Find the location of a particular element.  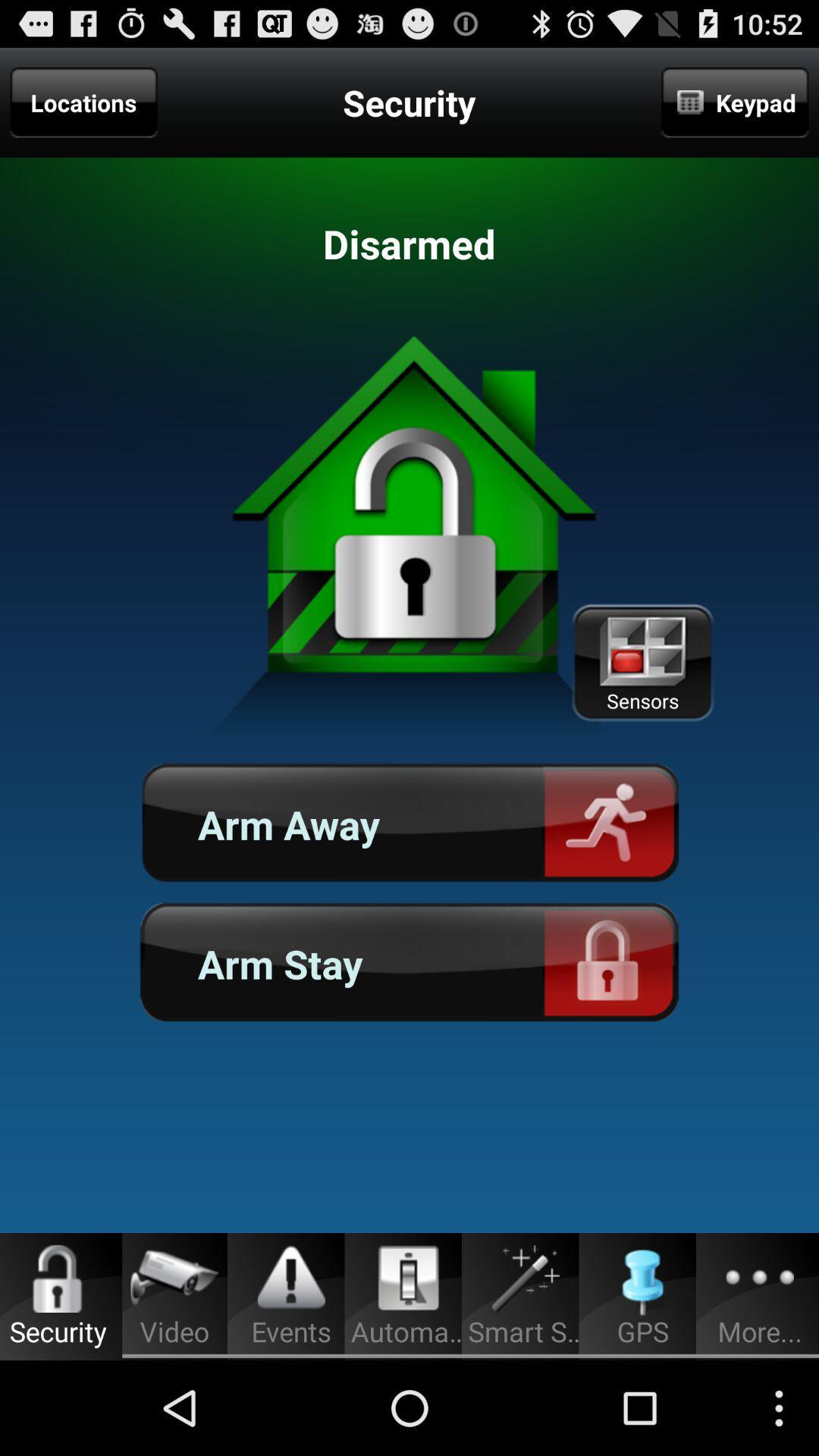

locations on the top left corner is located at coordinates (84, 102).